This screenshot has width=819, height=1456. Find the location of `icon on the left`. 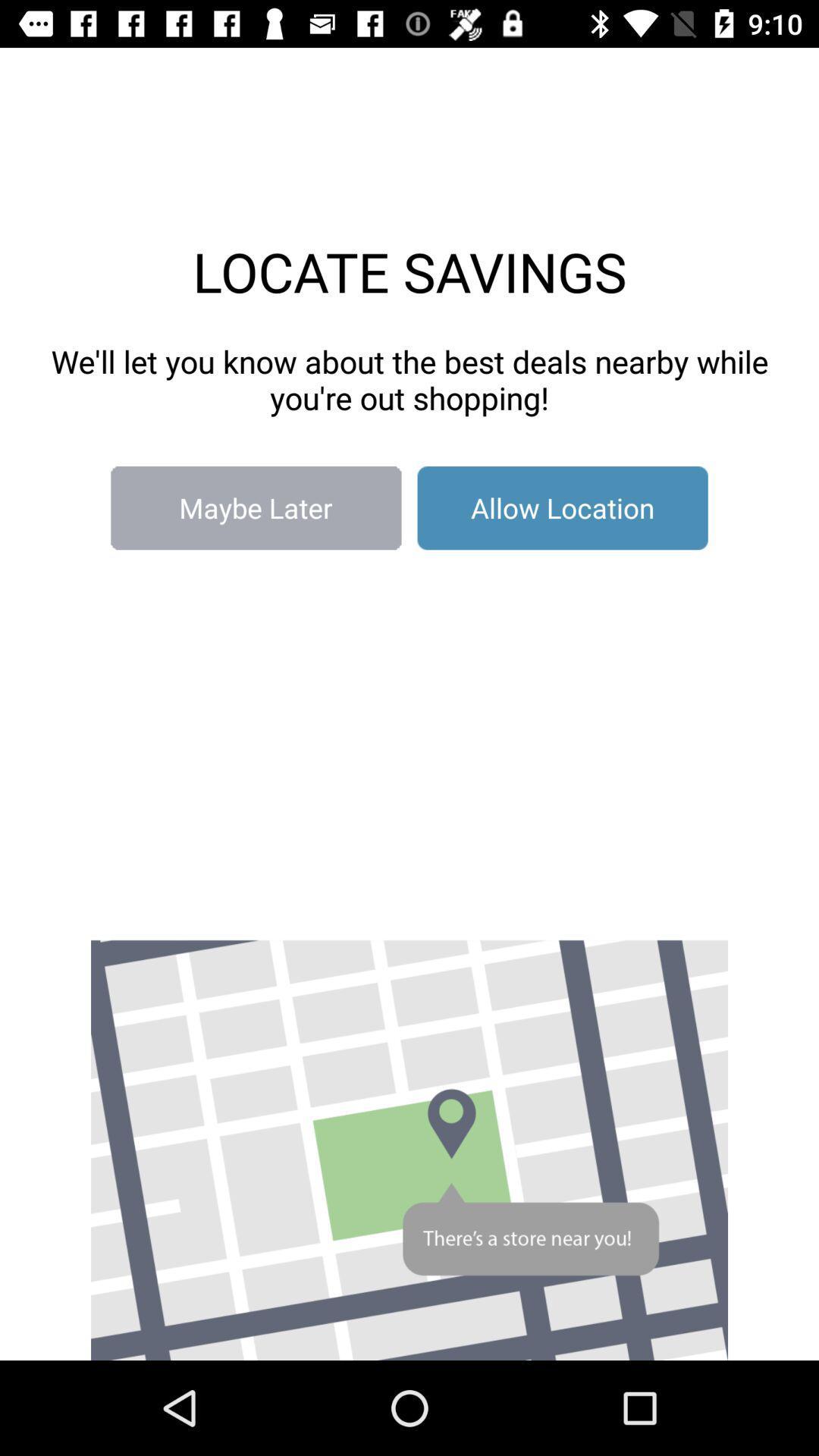

icon on the left is located at coordinates (255, 508).